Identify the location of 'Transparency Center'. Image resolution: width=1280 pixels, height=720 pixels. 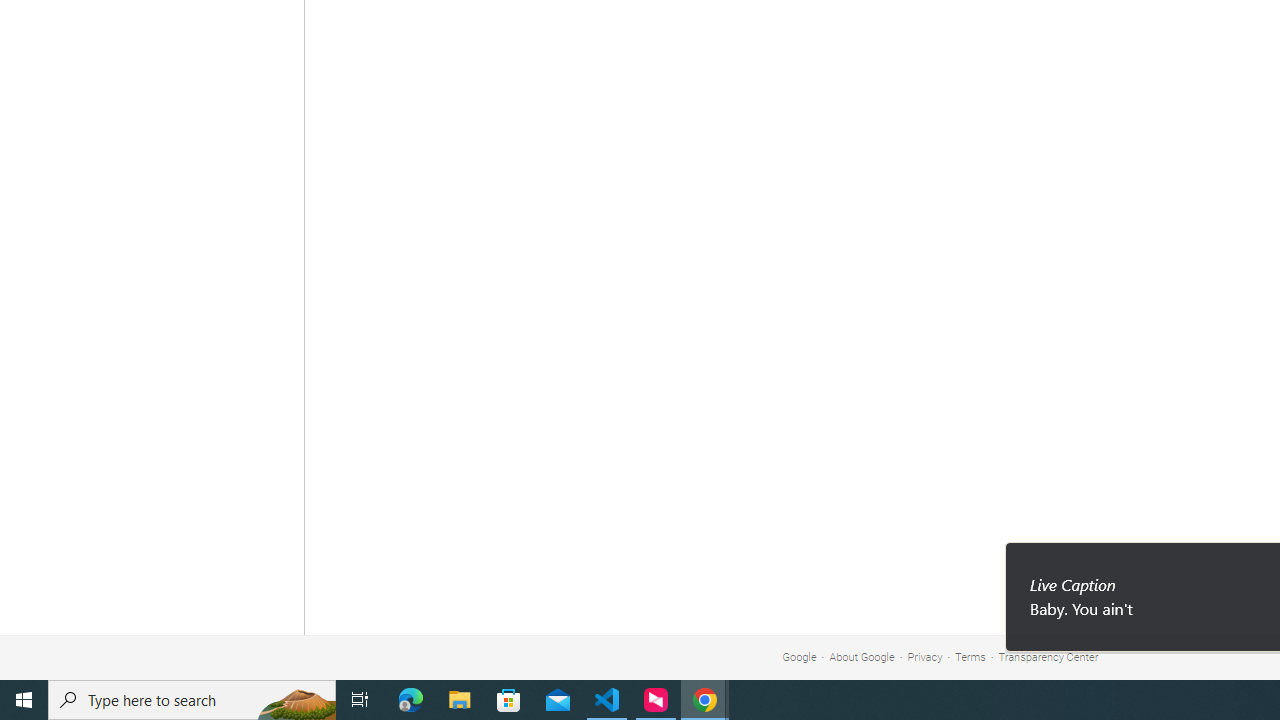
(1047, 657).